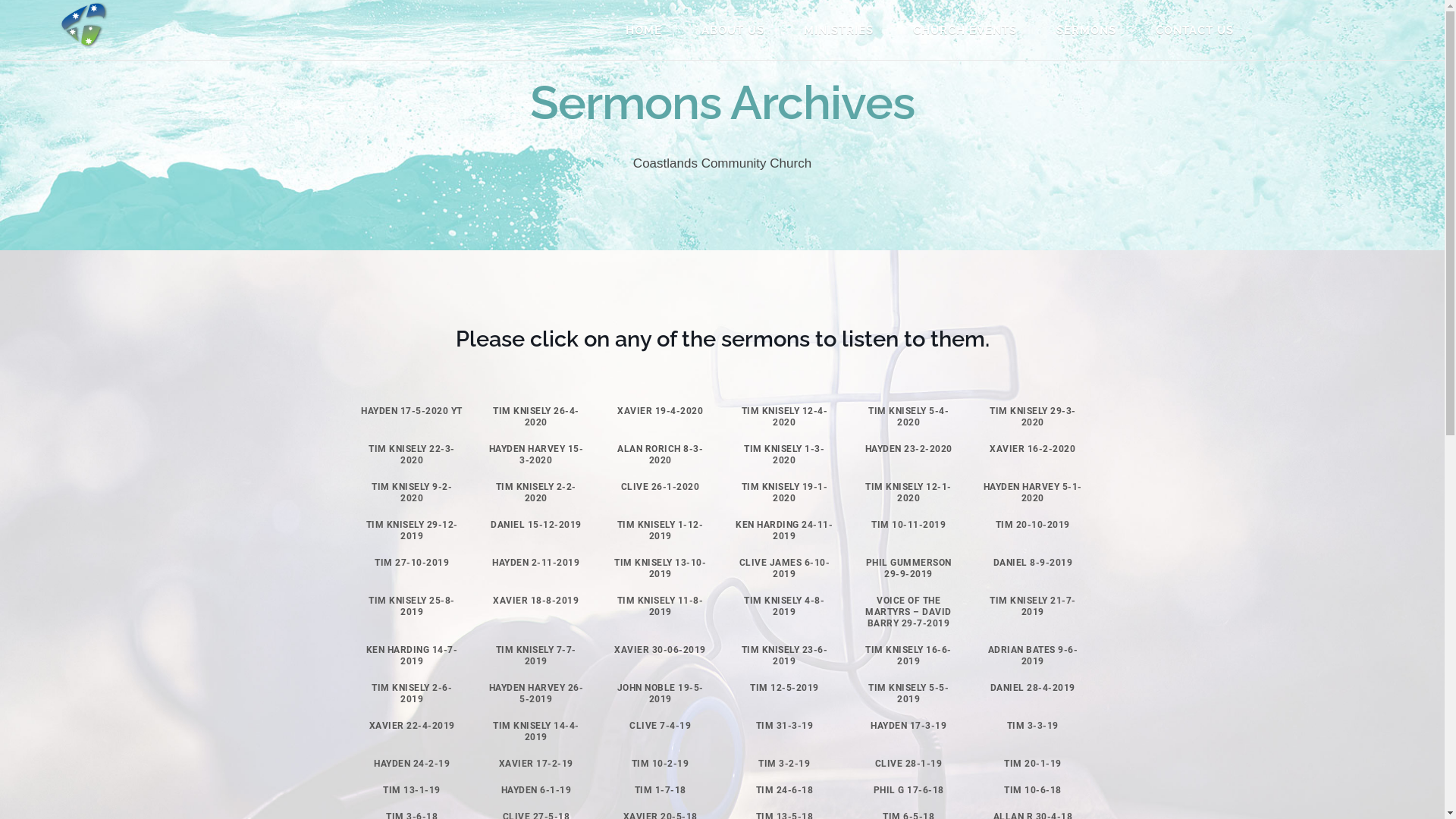 This screenshot has width=1456, height=819. What do you see at coordinates (535, 599) in the screenshot?
I see `'XAVIER 18-8-2019'` at bounding box center [535, 599].